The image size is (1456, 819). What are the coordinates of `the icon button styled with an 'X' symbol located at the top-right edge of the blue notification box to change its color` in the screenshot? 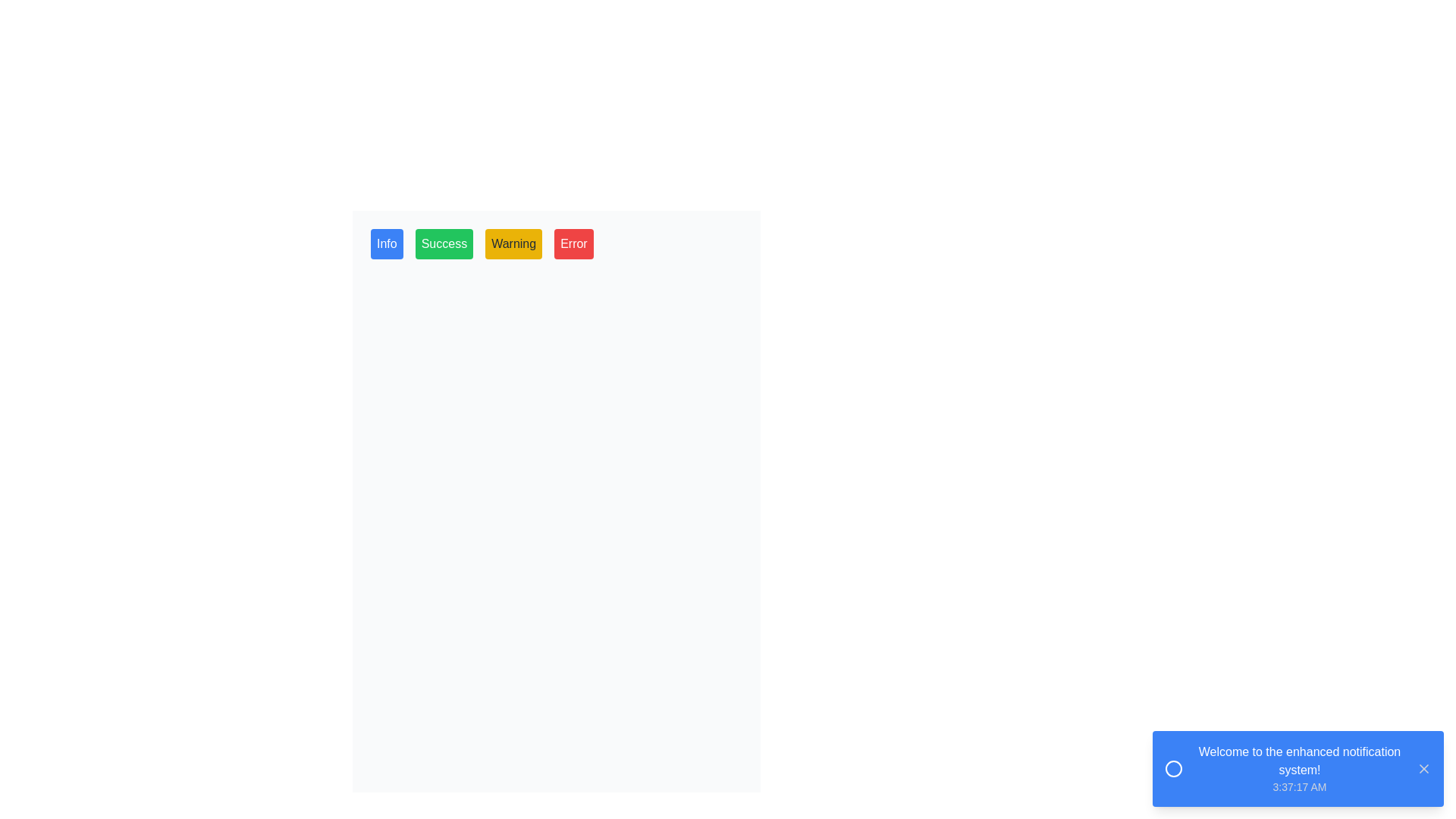 It's located at (1423, 769).